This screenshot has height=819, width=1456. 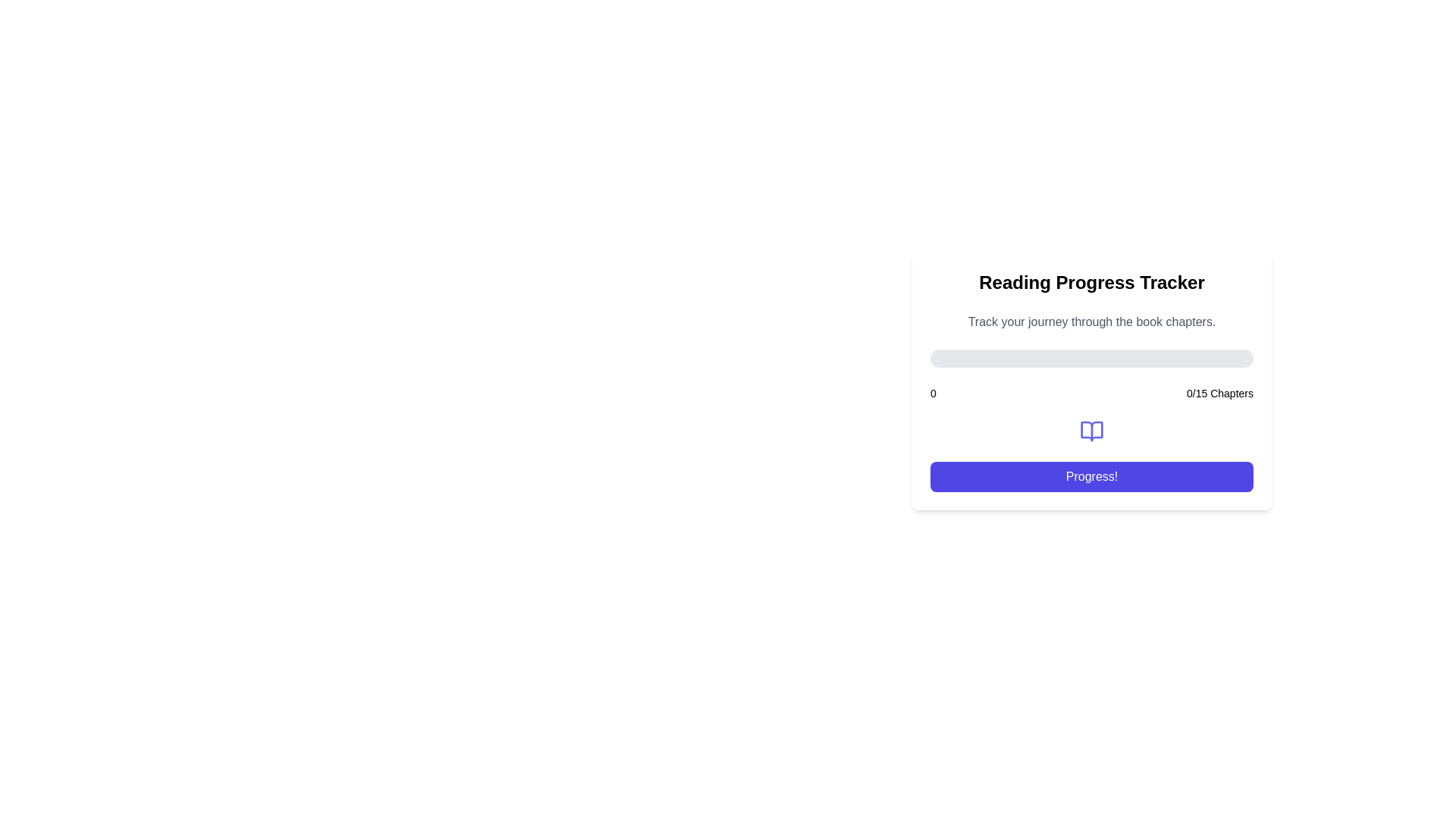 What do you see at coordinates (1092, 475) in the screenshot?
I see `the 'Progress!' button with a bold indigo background` at bounding box center [1092, 475].